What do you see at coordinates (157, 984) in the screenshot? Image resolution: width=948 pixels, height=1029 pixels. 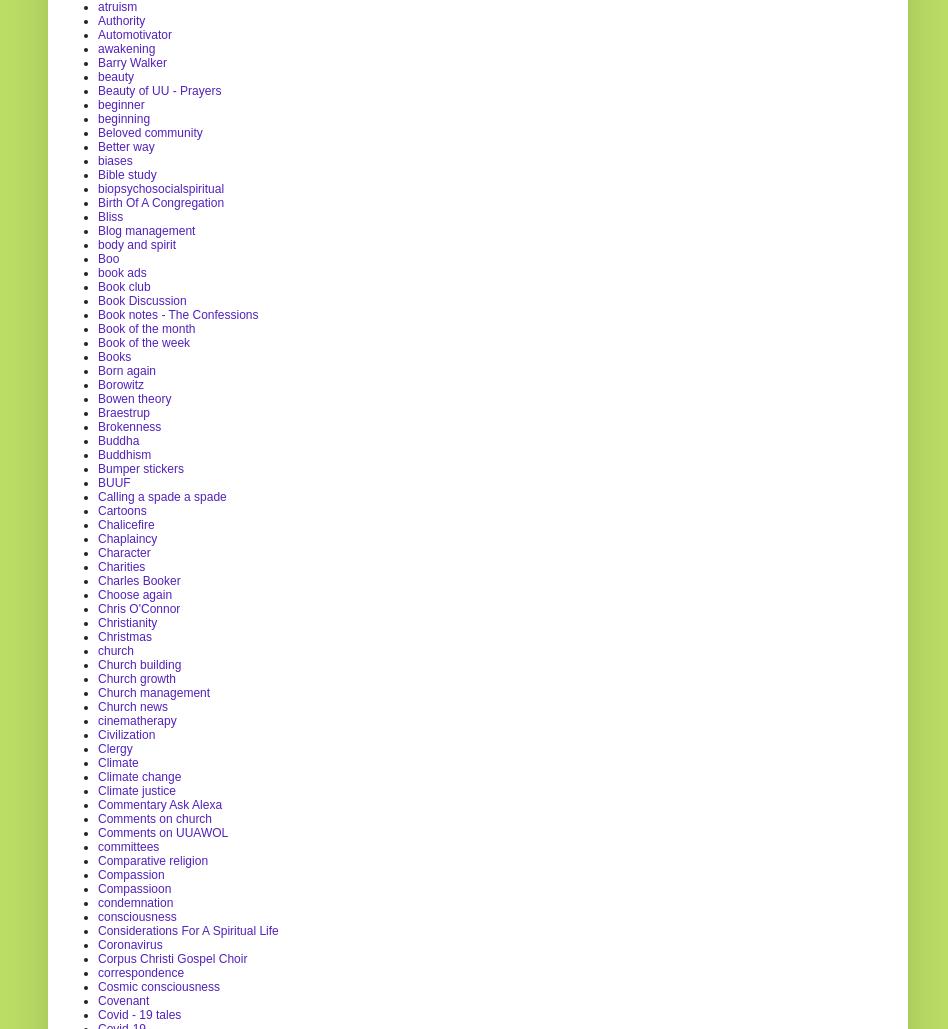 I see `'Cosmic consciousness'` at bounding box center [157, 984].